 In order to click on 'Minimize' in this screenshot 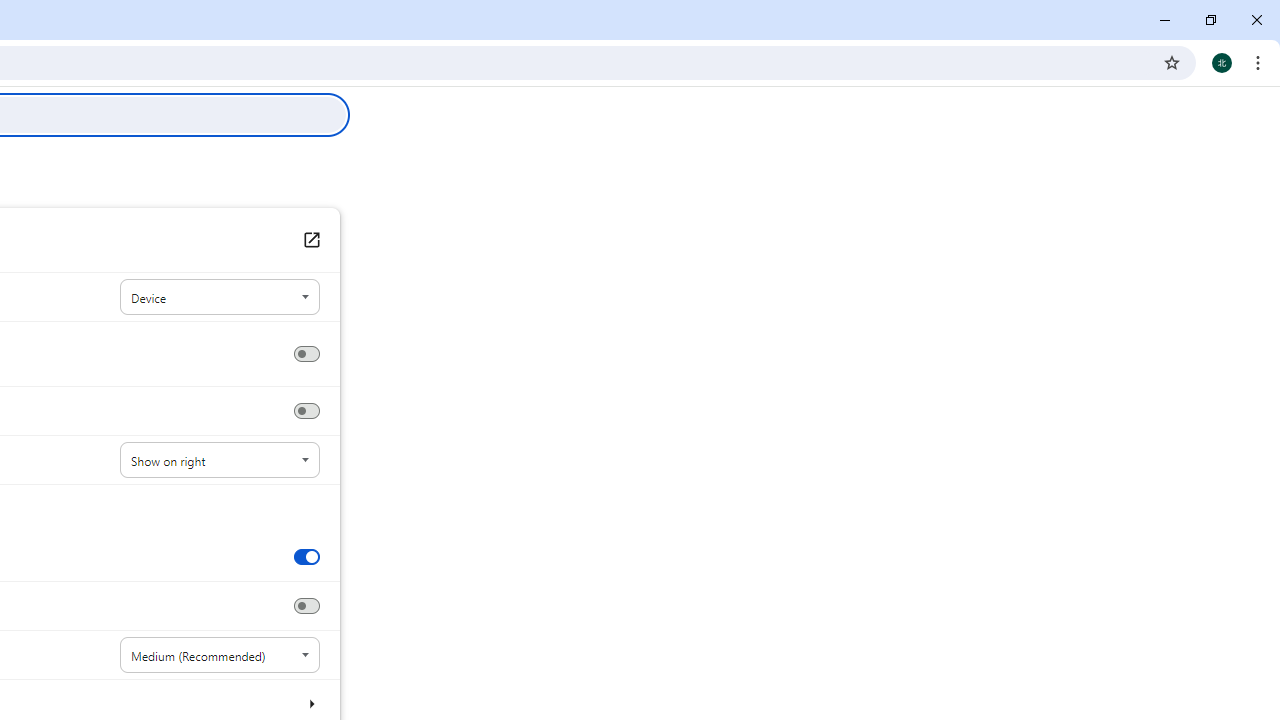, I will do `click(1165, 20)`.